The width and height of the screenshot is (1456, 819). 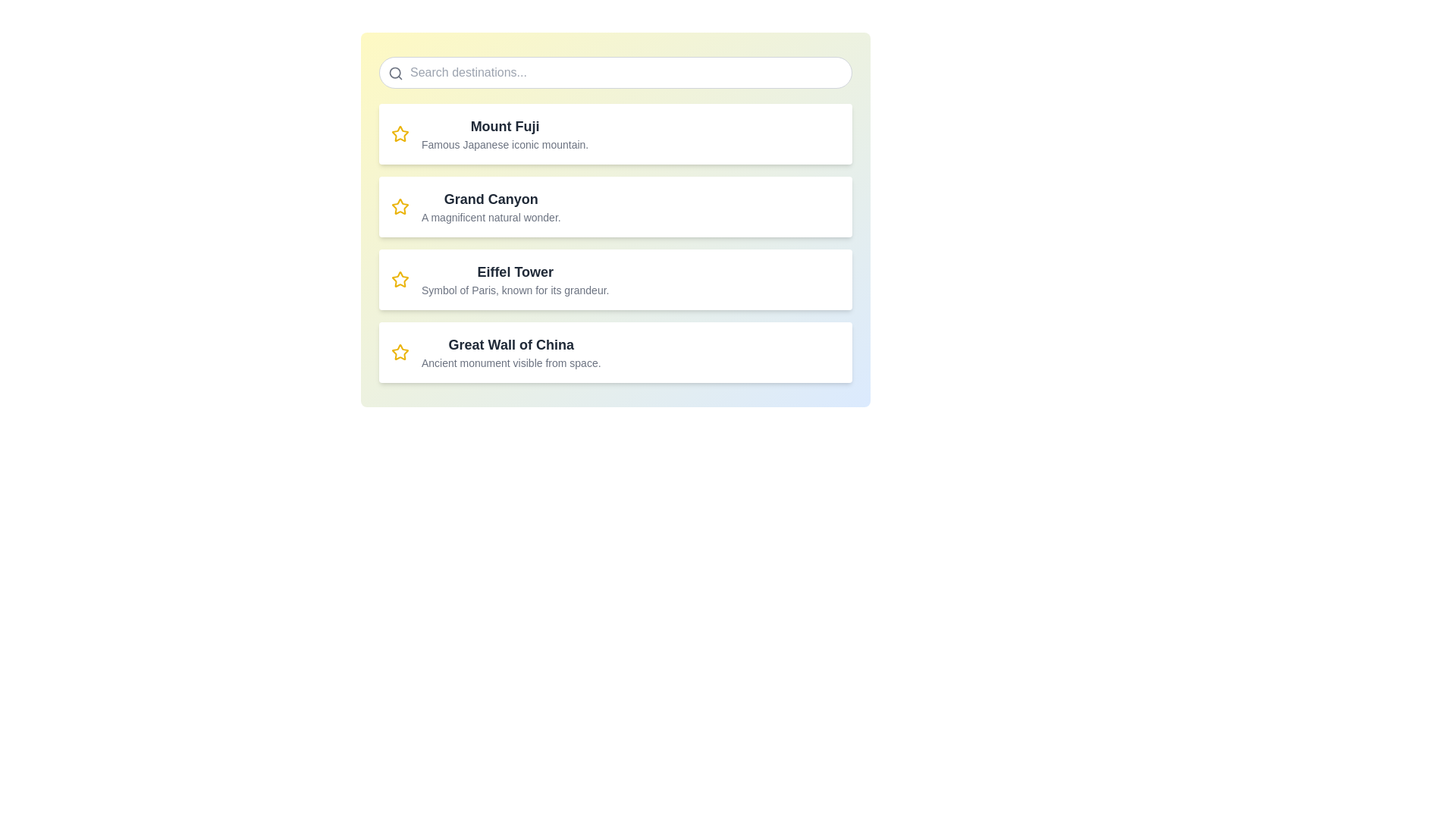 I want to click on the search icon located on the left side inside the search box, which visually represents the search action for the accompanying input field labeled 'Search destinations...', so click(x=396, y=73).